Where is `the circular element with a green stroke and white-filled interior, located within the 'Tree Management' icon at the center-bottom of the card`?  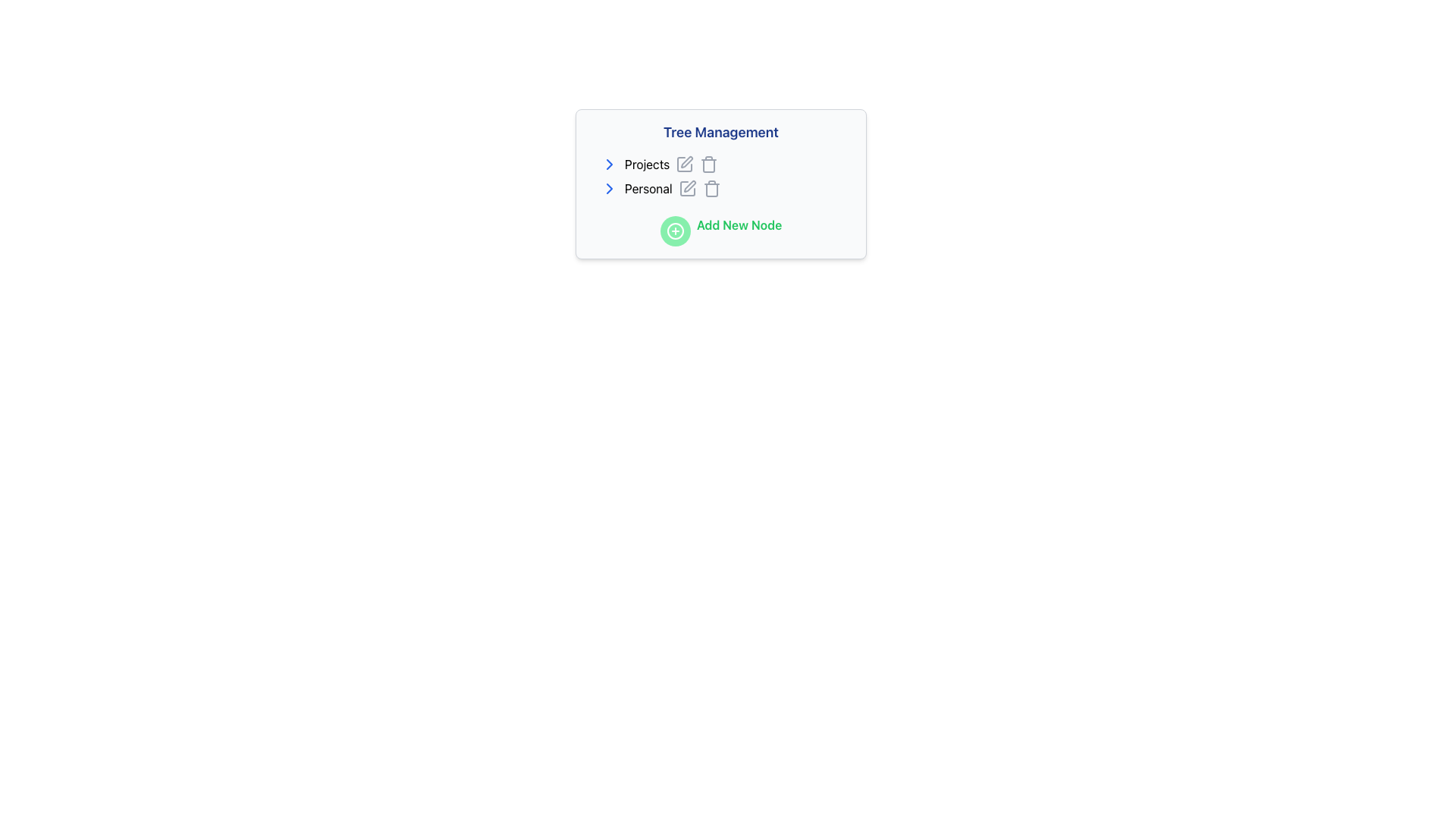 the circular element with a green stroke and white-filled interior, located within the 'Tree Management' icon at the center-bottom of the card is located at coordinates (674, 231).